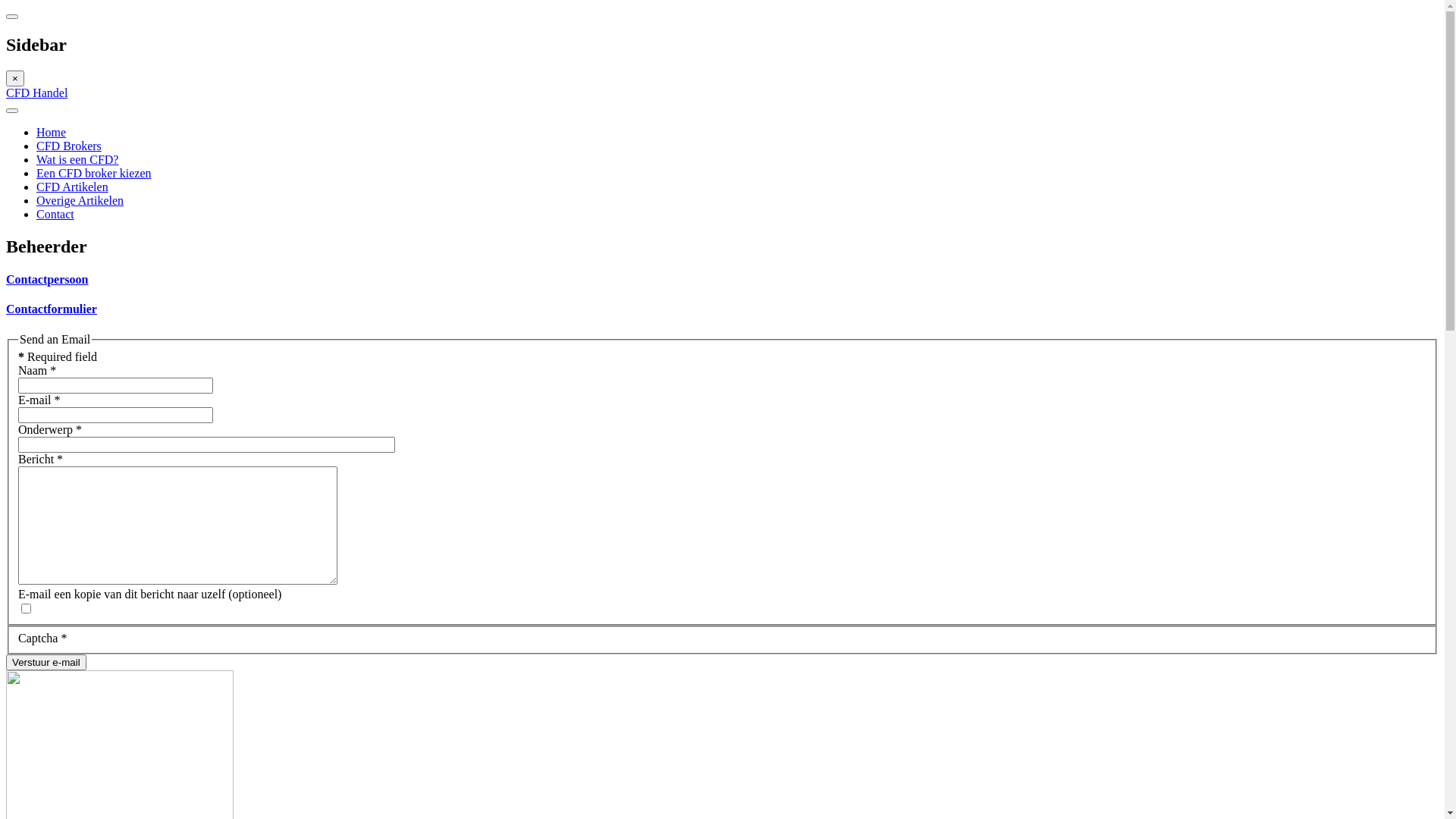 Image resolution: width=1456 pixels, height=819 pixels. Describe the element at coordinates (46, 661) in the screenshot. I see `'Verstuur e-mail'` at that location.